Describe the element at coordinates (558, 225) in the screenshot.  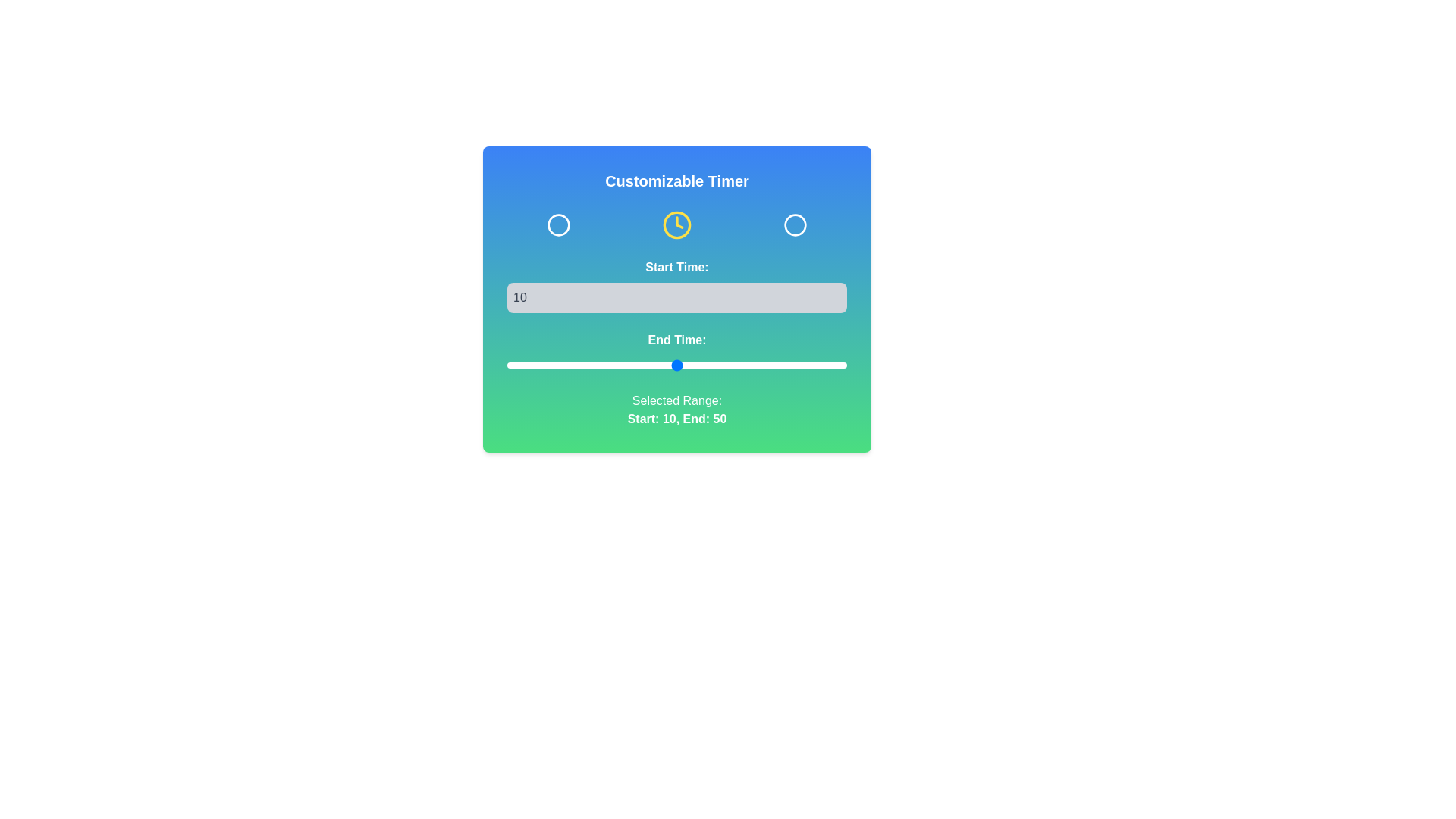
I see `the white circular outline icon located on the blue background, which is the leftmost symbol in a horizontal group of three at the top section of the interface` at that location.